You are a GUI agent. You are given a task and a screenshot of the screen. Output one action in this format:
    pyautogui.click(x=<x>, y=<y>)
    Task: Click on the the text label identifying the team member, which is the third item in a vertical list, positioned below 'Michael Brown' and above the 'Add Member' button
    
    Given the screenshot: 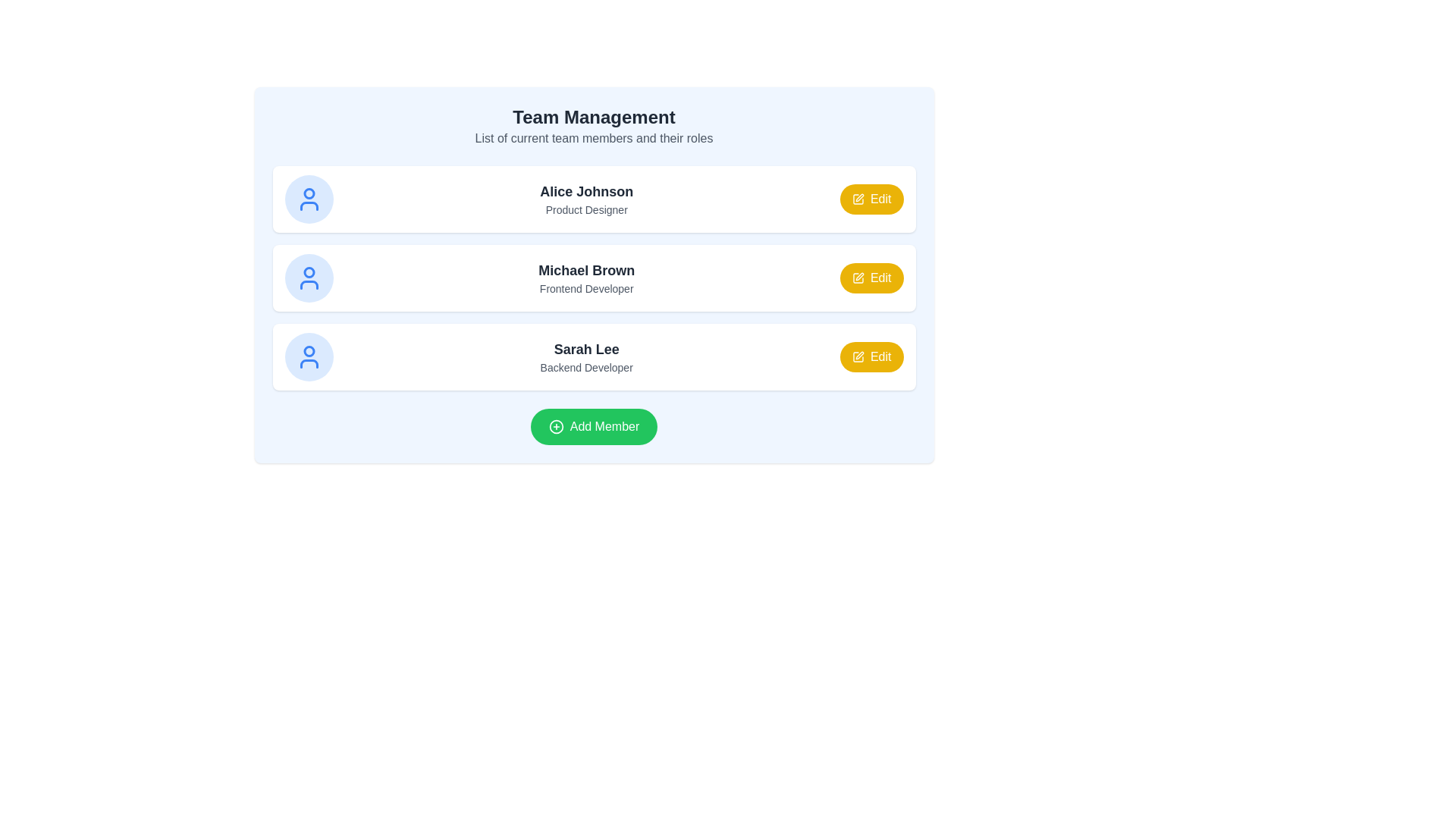 What is the action you would take?
    pyautogui.click(x=585, y=356)
    